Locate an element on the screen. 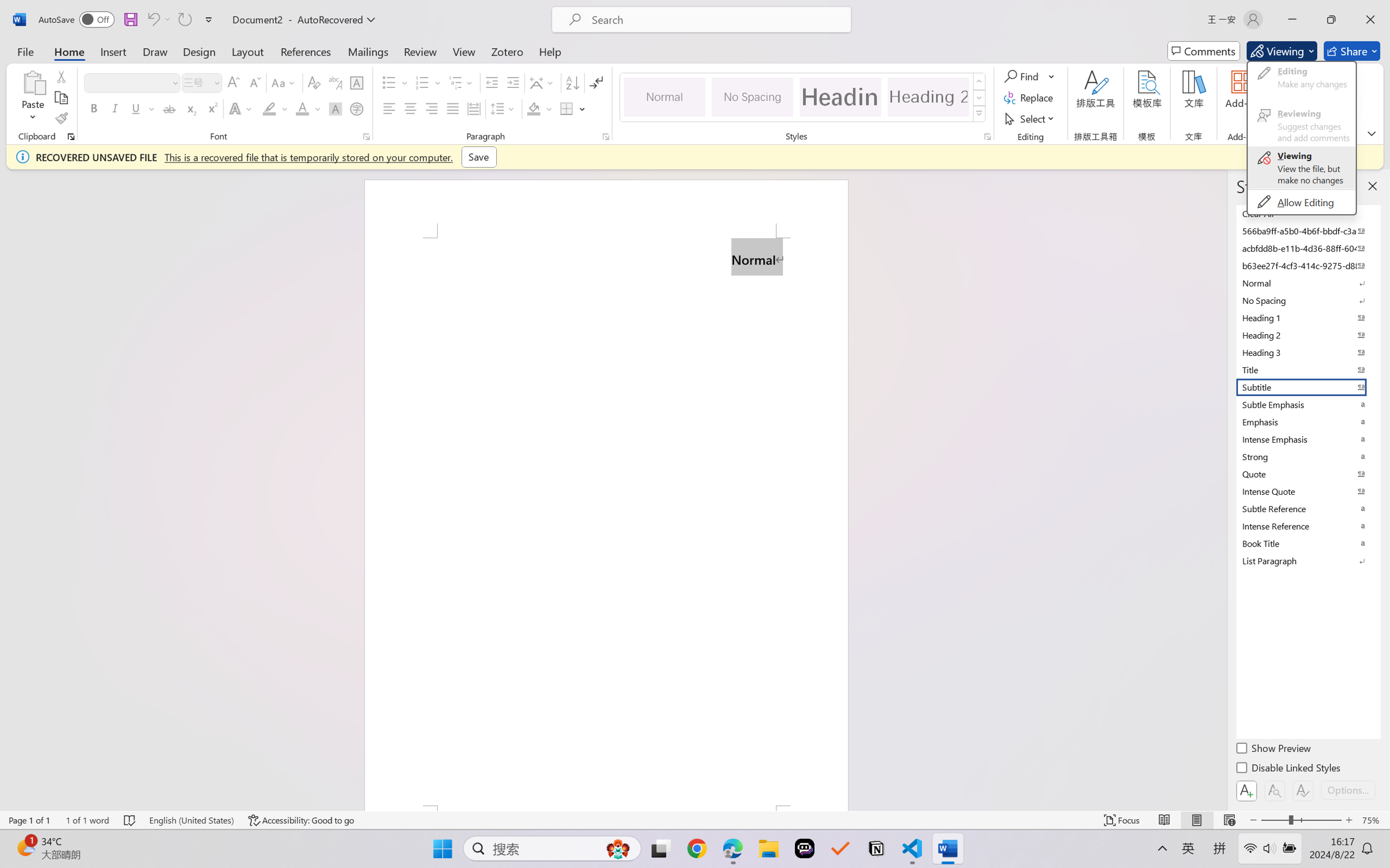  'Format Painter' is located at coordinates (60, 119).